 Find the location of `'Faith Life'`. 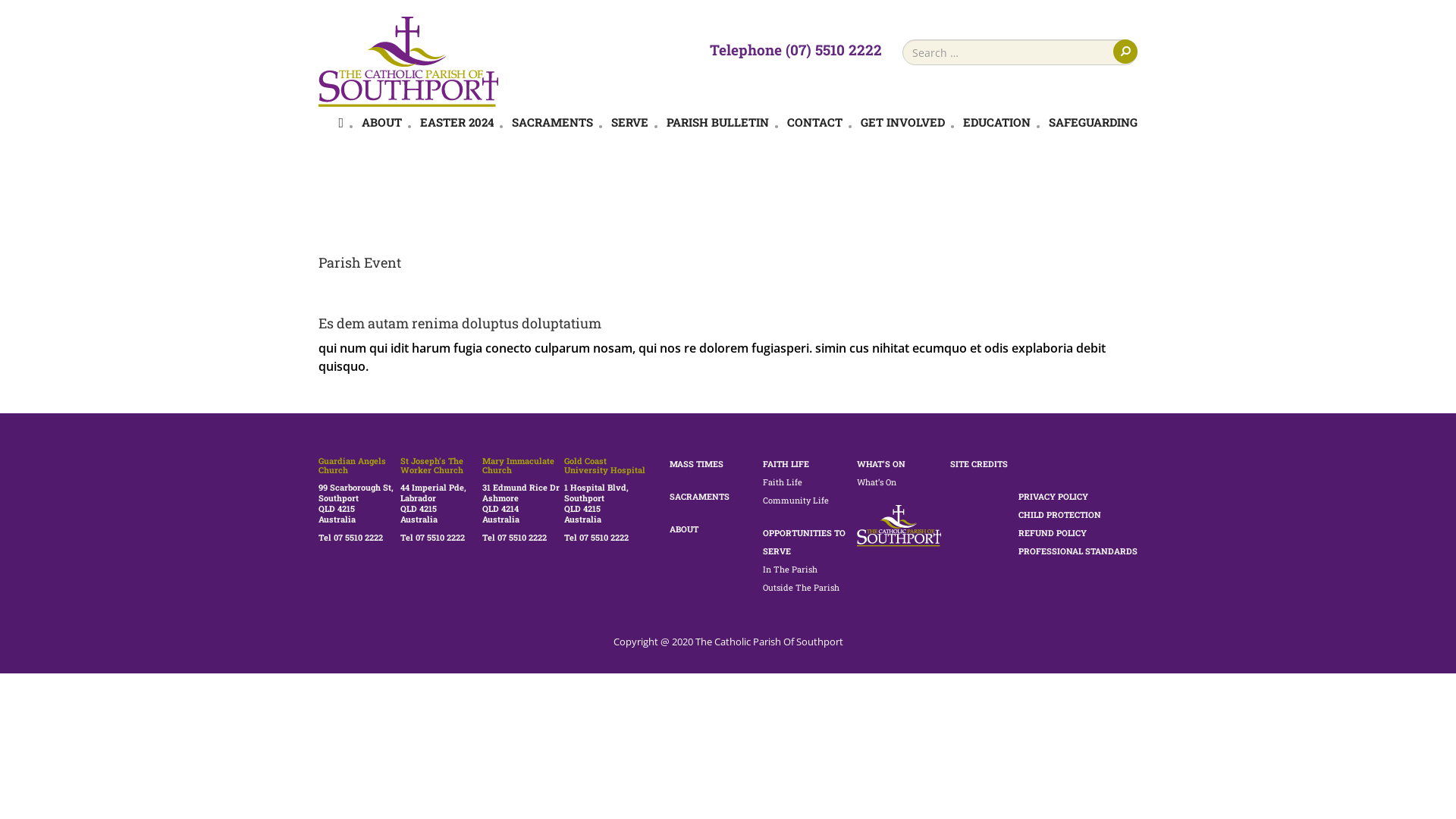

'Faith Life' is located at coordinates (783, 482).